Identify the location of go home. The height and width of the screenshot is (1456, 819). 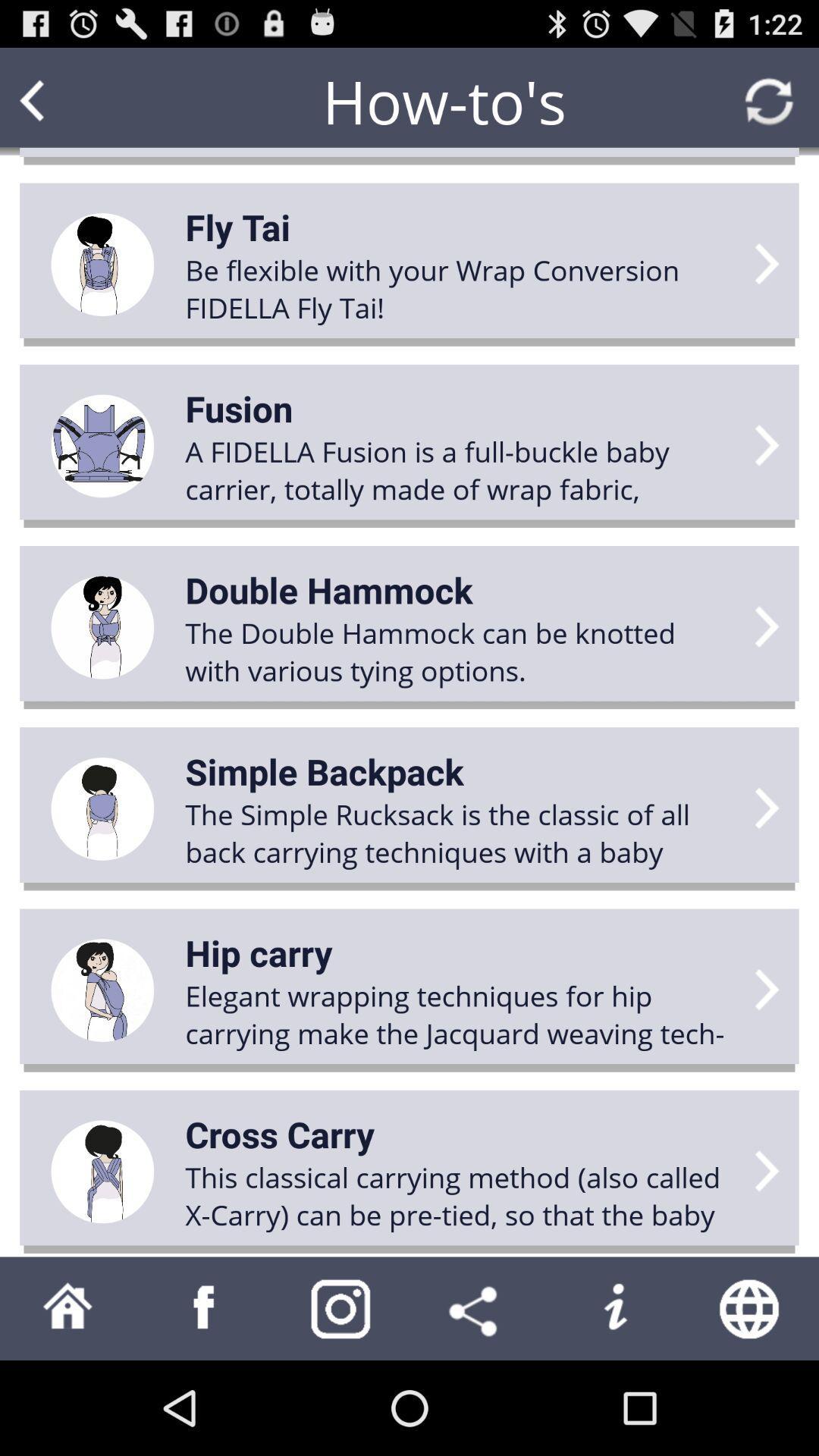
(67, 1307).